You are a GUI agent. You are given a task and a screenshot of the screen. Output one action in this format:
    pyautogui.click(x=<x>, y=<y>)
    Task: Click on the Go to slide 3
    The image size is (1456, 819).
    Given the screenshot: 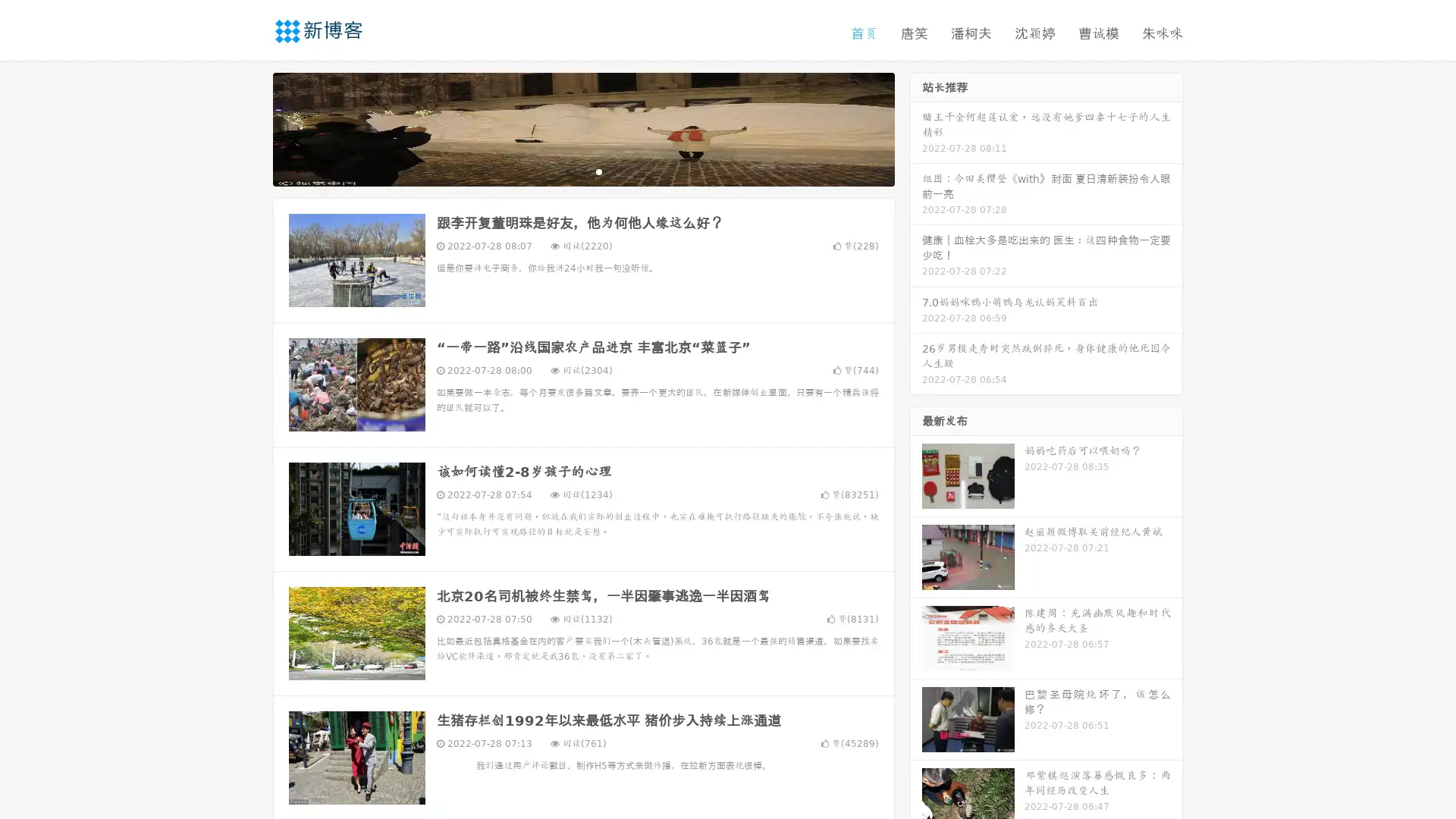 What is the action you would take?
    pyautogui.click(x=598, y=171)
    